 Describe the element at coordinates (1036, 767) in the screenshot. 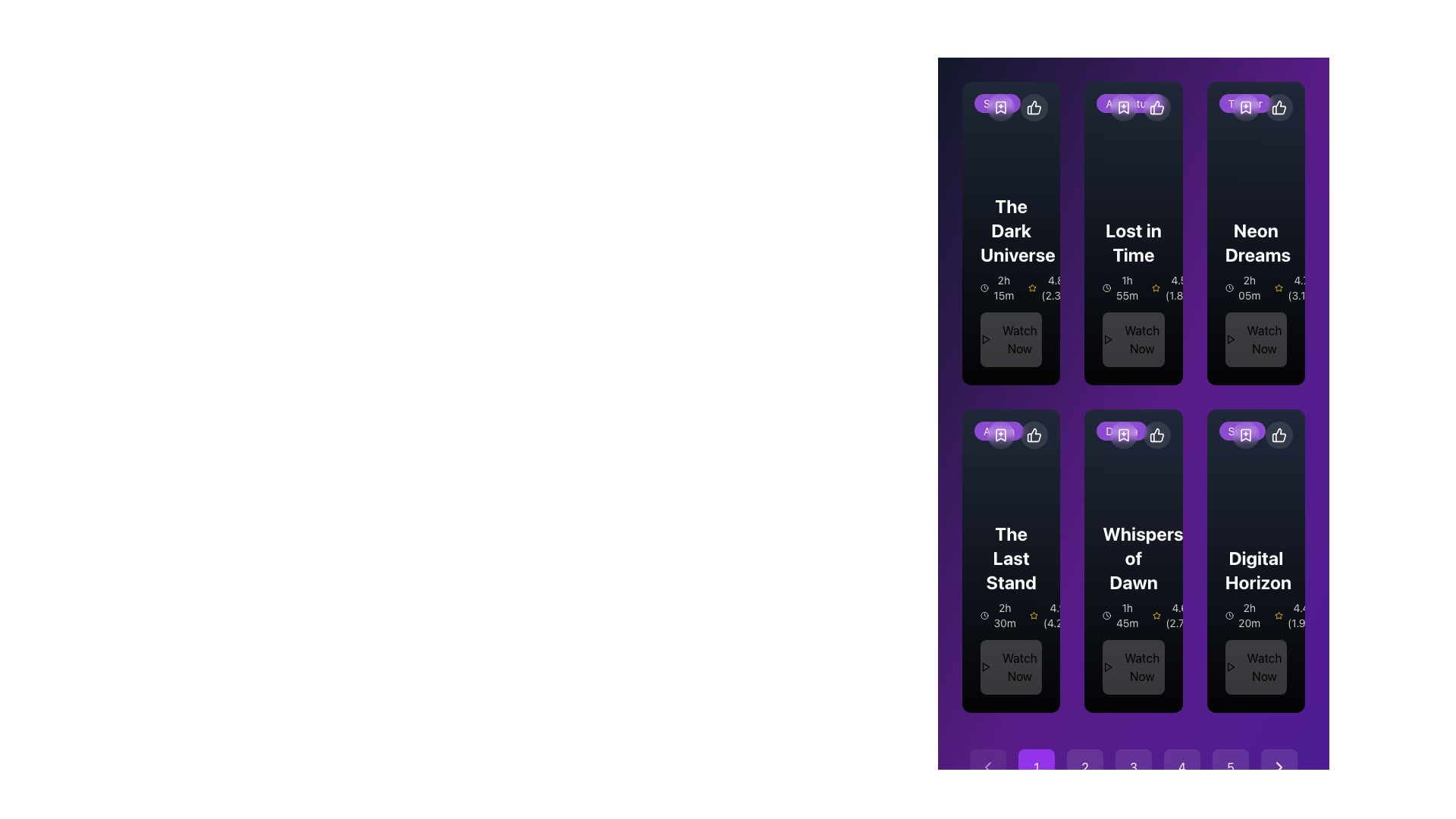

I see `the first pagination button located at the bottom center of the interface` at that location.